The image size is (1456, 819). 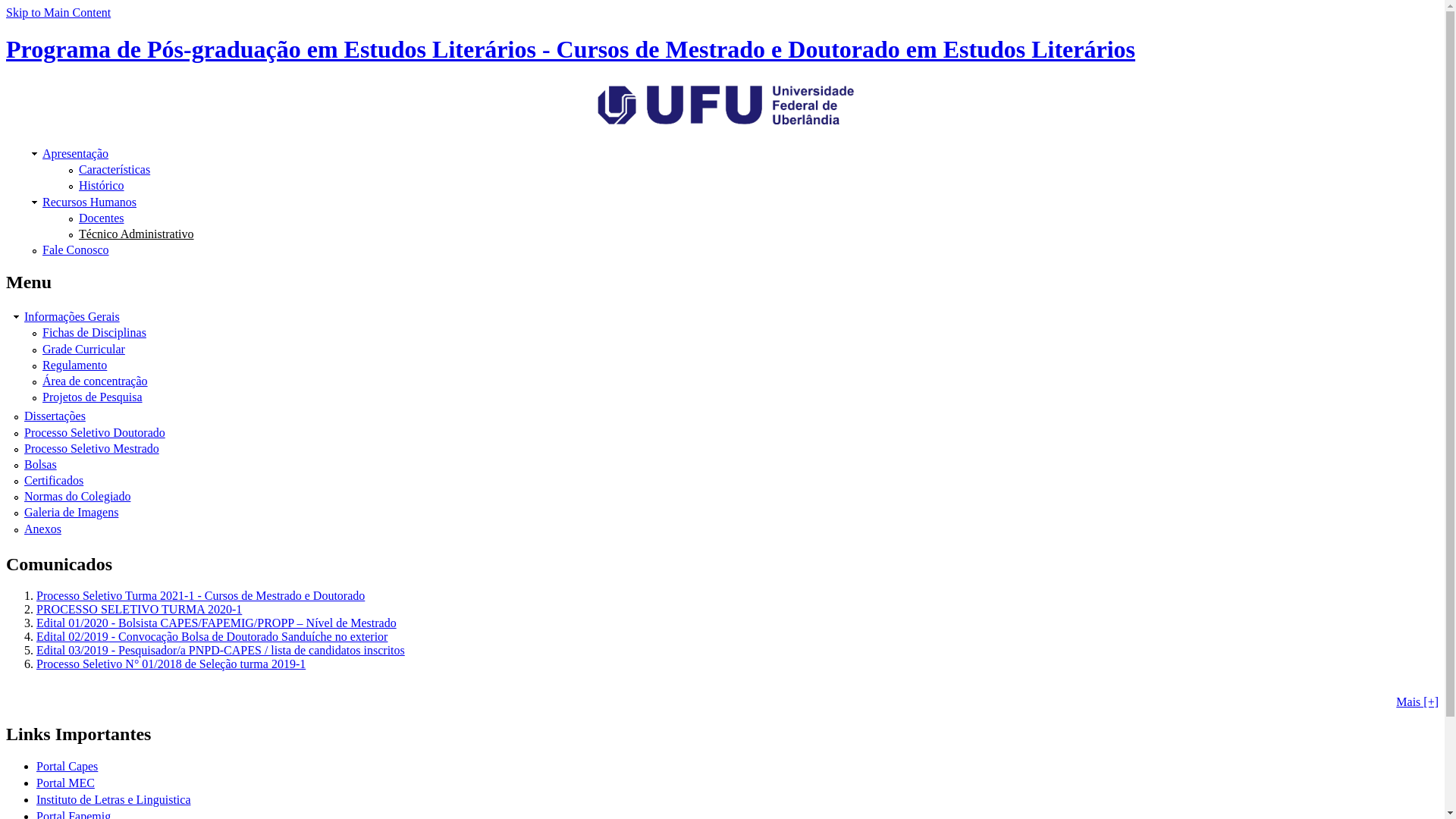 I want to click on 'Fichas de Disciplinas', so click(x=93, y=331).